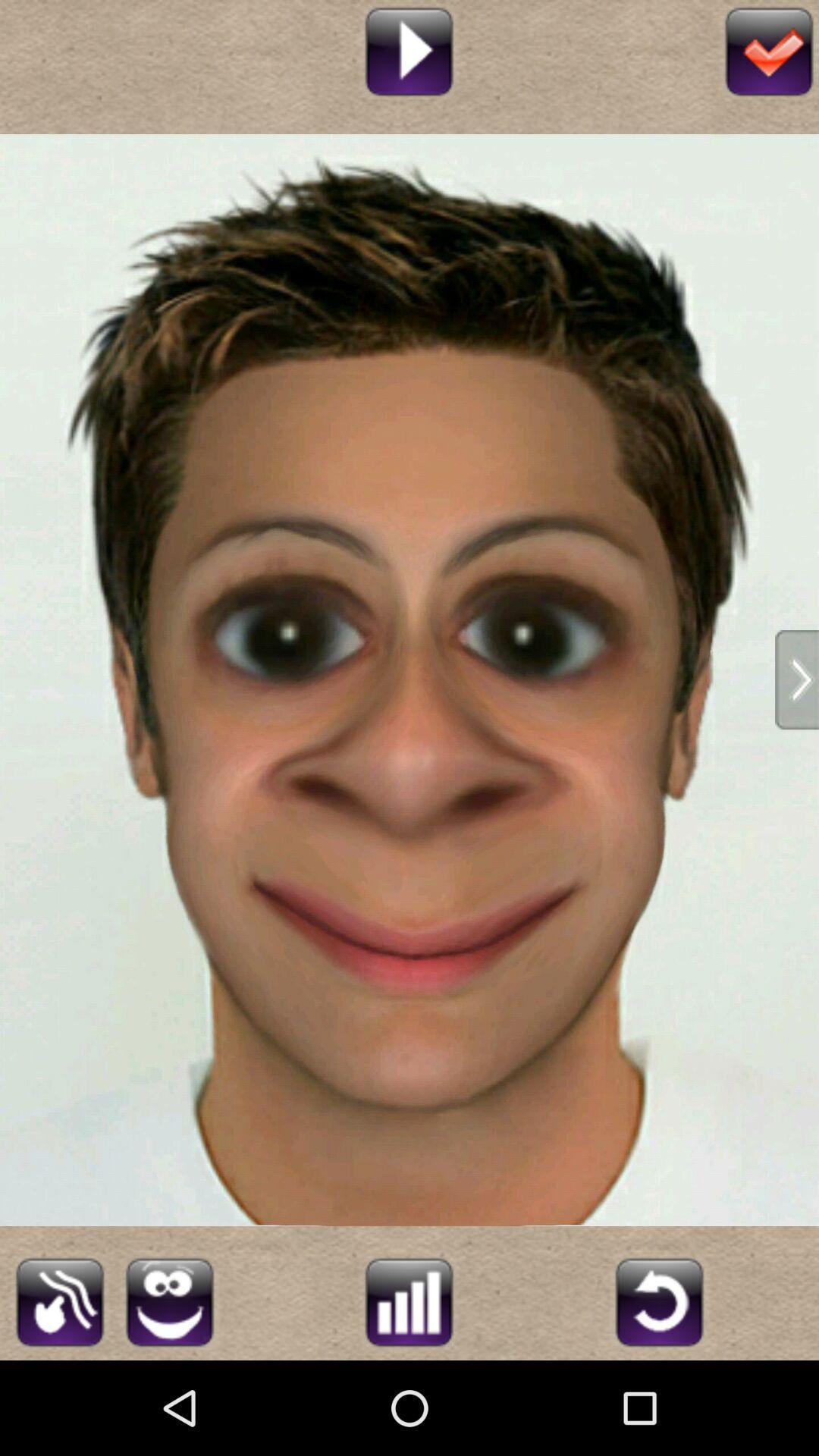  Describe the element at coordinates (408, 1299) in the screenshot. I see `icon at the bottom` at that location.